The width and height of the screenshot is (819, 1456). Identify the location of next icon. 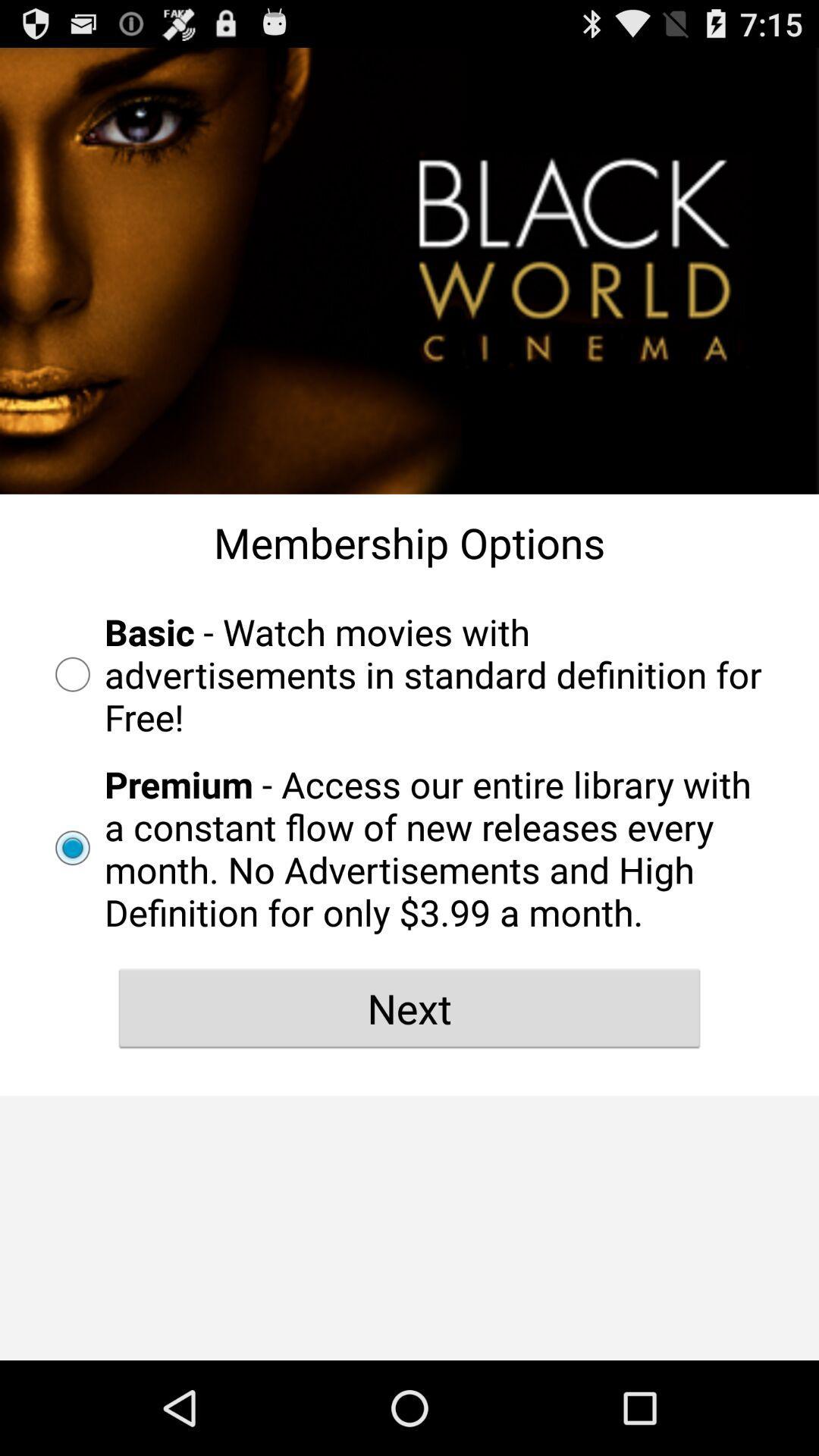
(409, 1008).